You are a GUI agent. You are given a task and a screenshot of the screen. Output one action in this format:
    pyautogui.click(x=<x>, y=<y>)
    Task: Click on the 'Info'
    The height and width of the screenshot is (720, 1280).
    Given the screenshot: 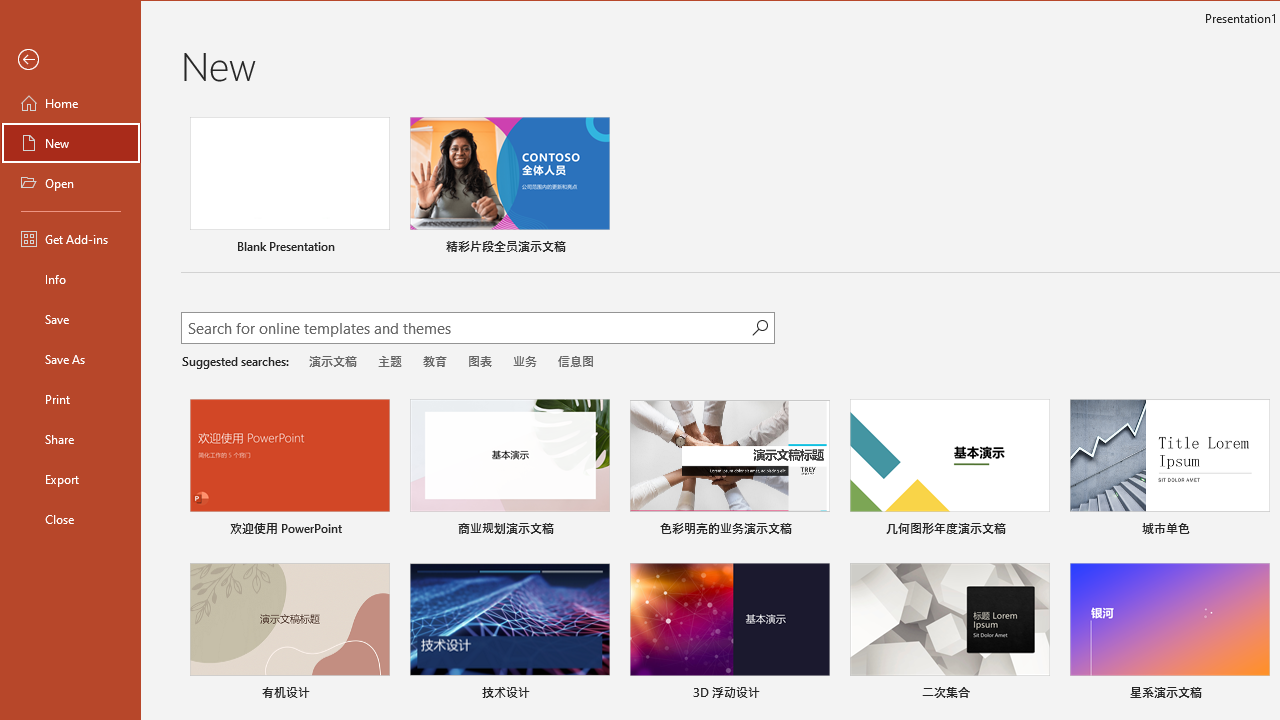 What is the action you would take?
    pyautogui.click(x=71, y=279)
    